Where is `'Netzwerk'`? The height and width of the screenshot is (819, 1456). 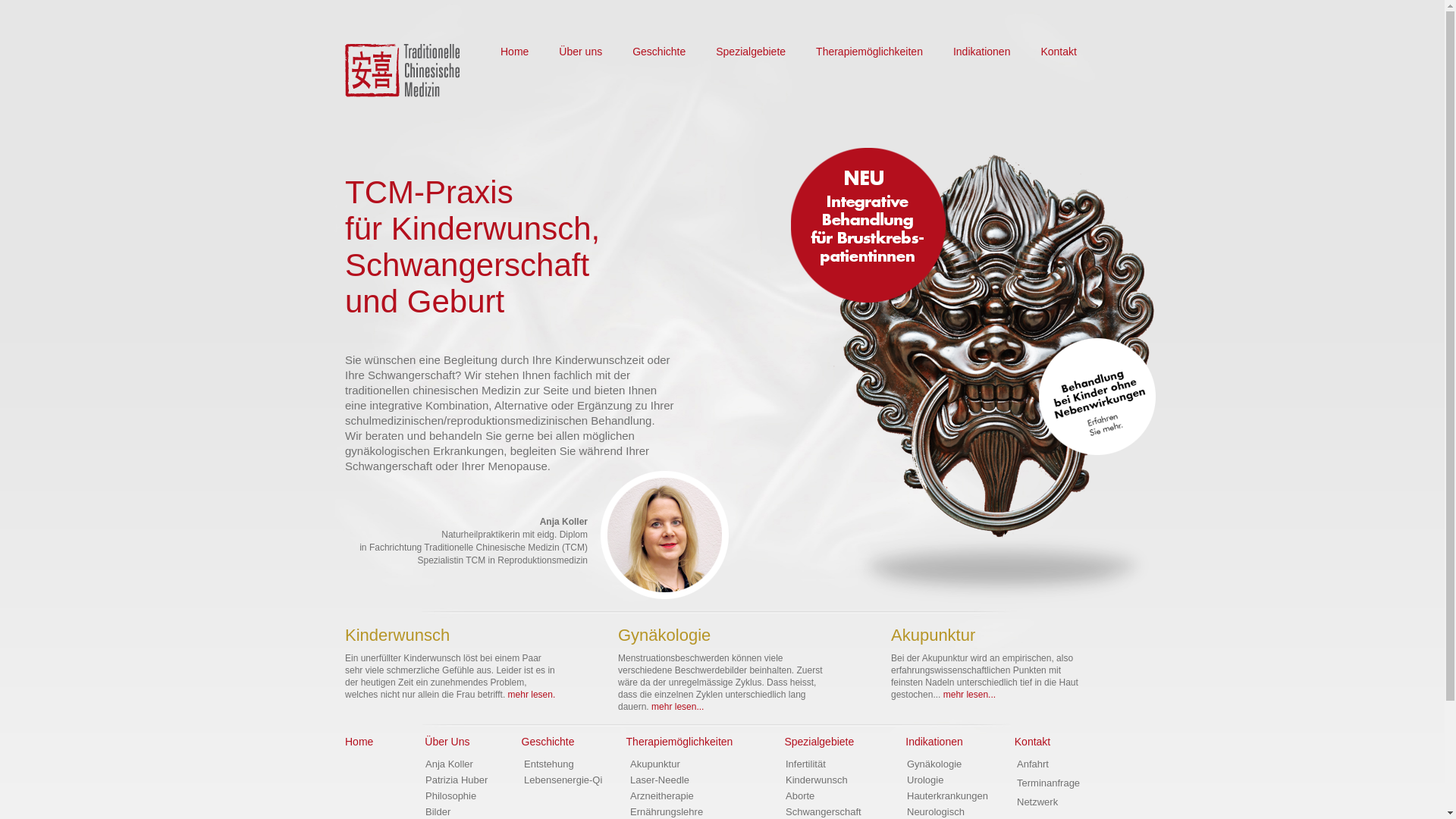
'Netzwerk' is located at coordinates (1037, 801).